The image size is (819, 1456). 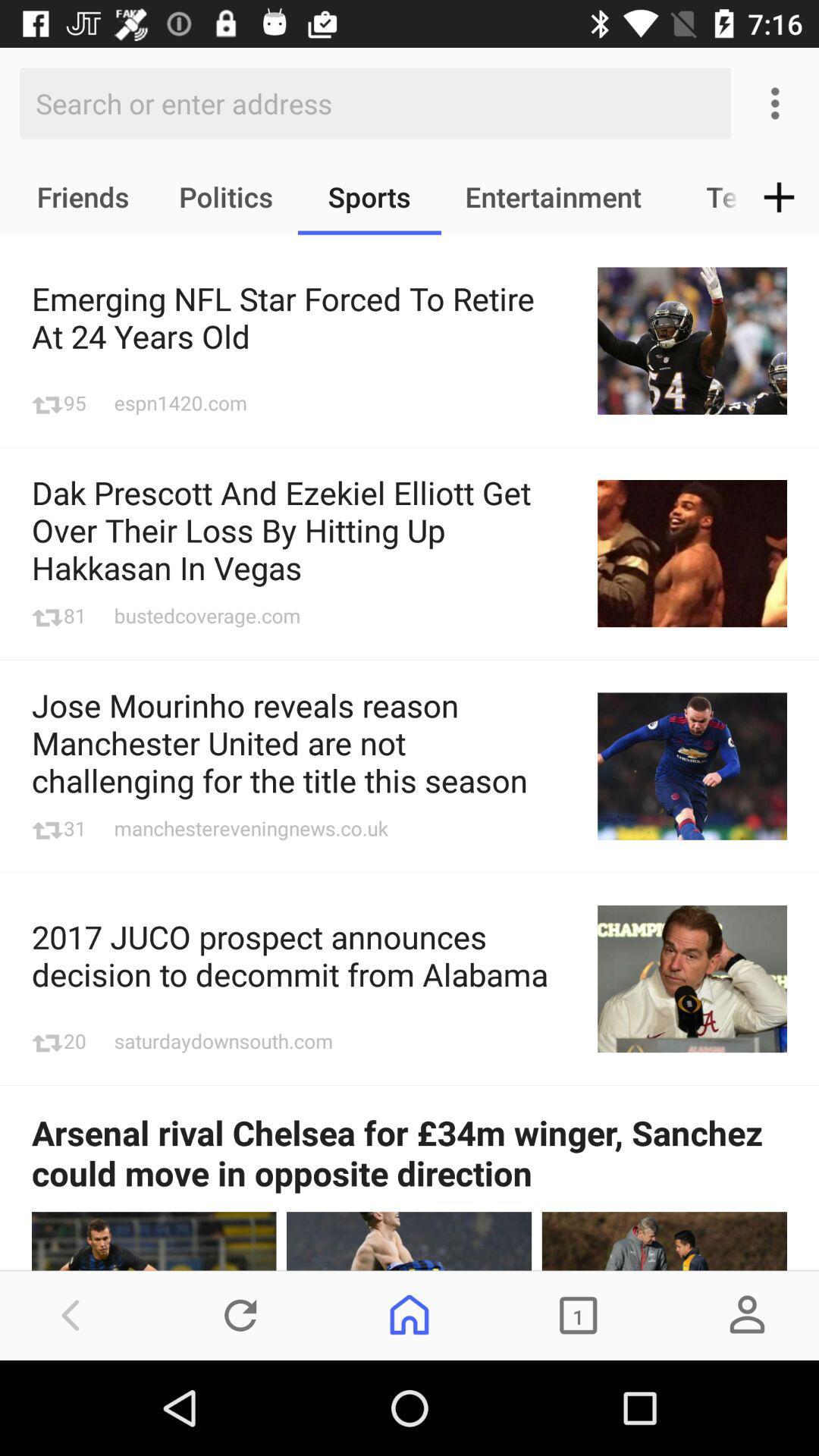 I want to click on the avatar icon, so click(x=746, y=1314).